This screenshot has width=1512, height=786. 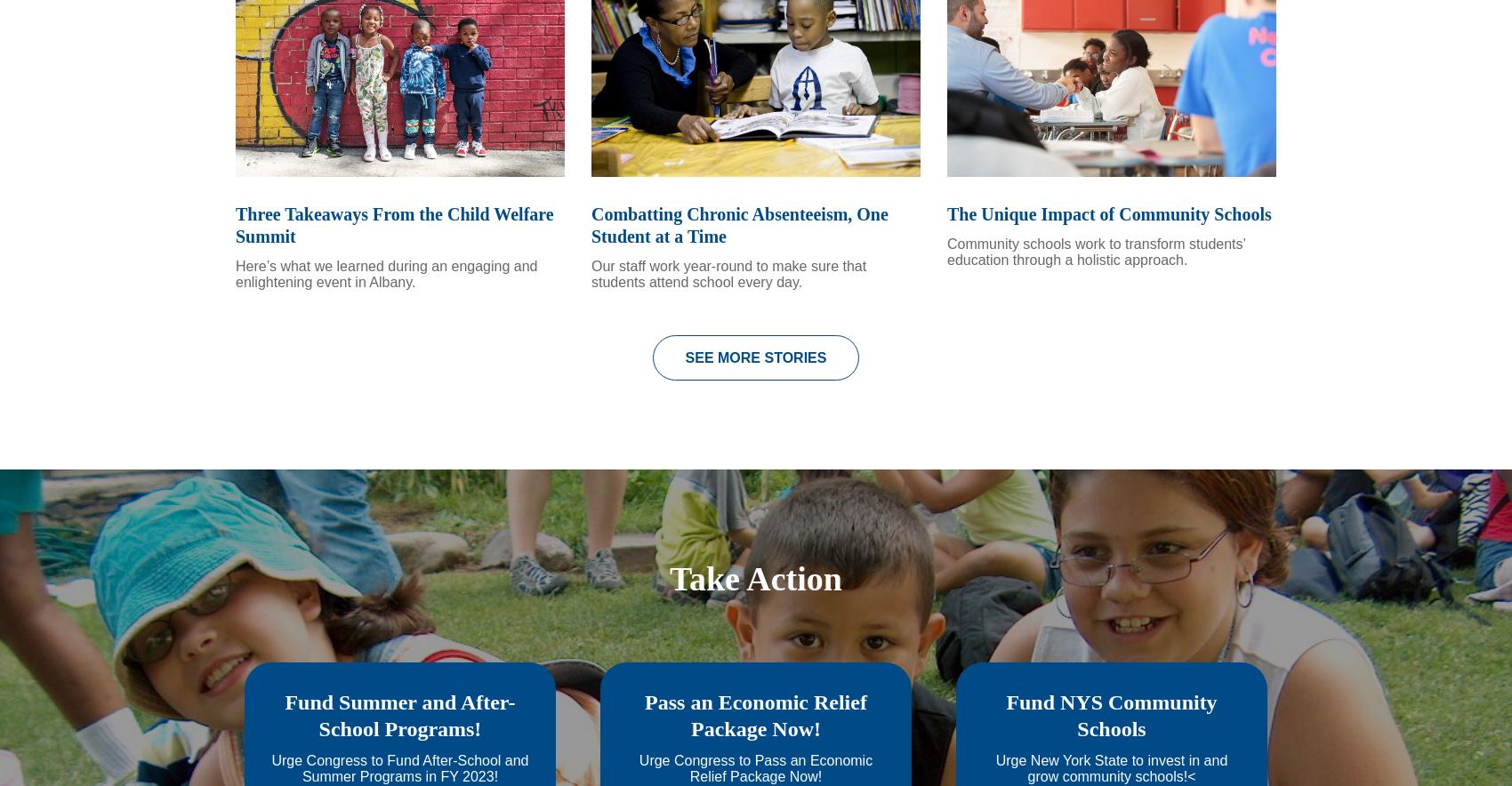 What do you see at coordinates (754, 601) in the screenshot?
I see `'Take Action'` at bounding box center [754, 601].